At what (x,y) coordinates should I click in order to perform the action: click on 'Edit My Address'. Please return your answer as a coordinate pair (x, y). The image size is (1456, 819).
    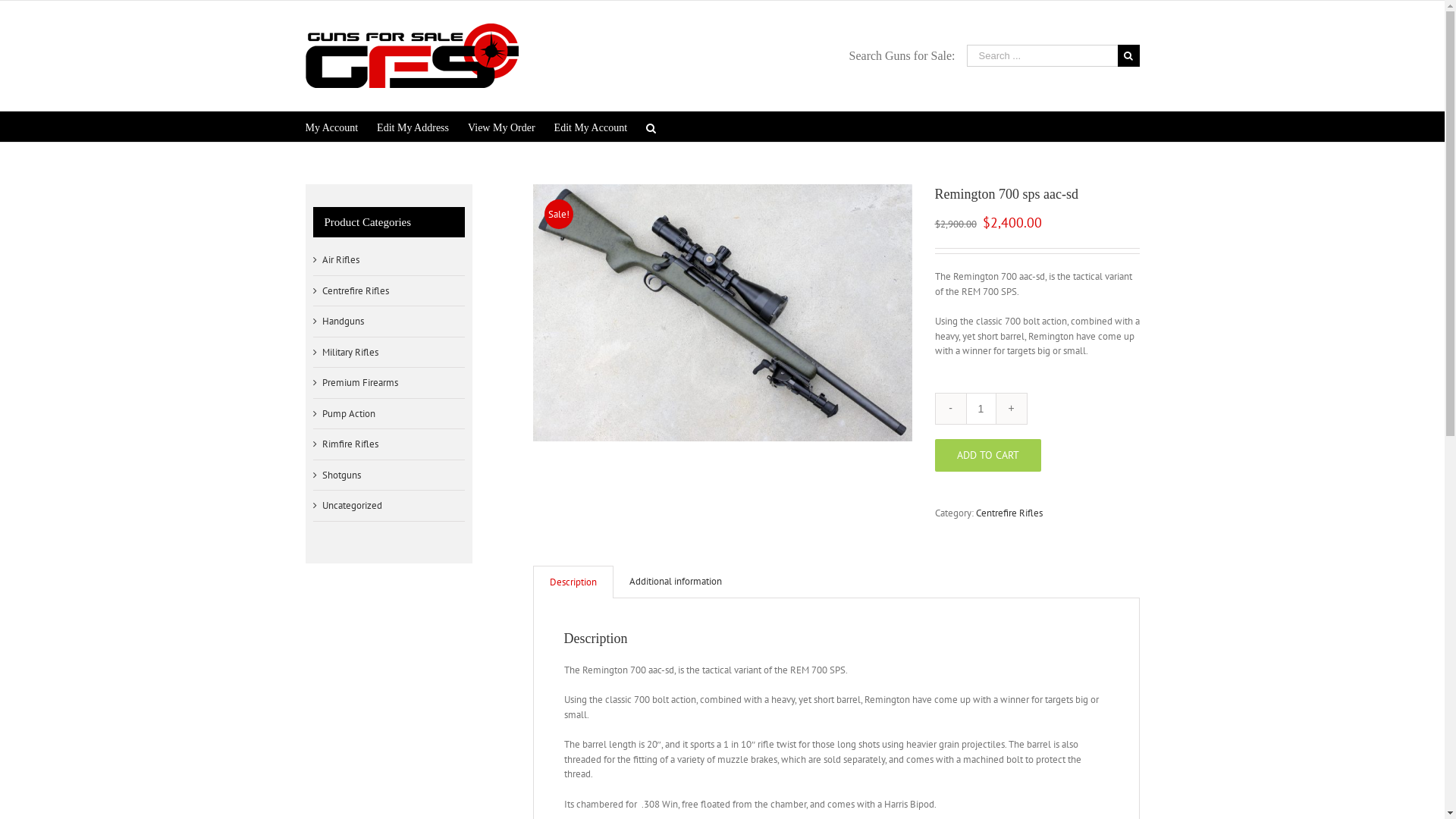
    Looking at the image, I should click on (413, 125).